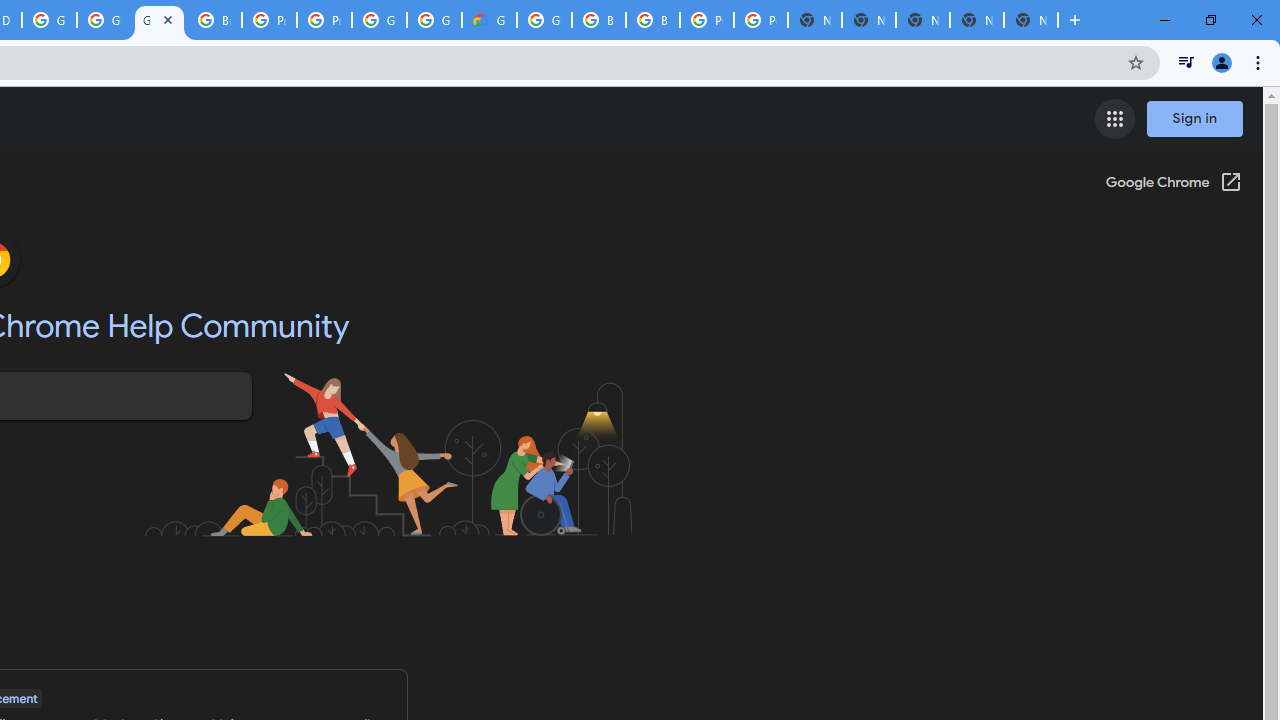 The image size is (1280, 720). What do you see at coordinates (49, 20) in the screenshot?
I see `'Google Cloud Platform'` at bounding box center [49, 20].